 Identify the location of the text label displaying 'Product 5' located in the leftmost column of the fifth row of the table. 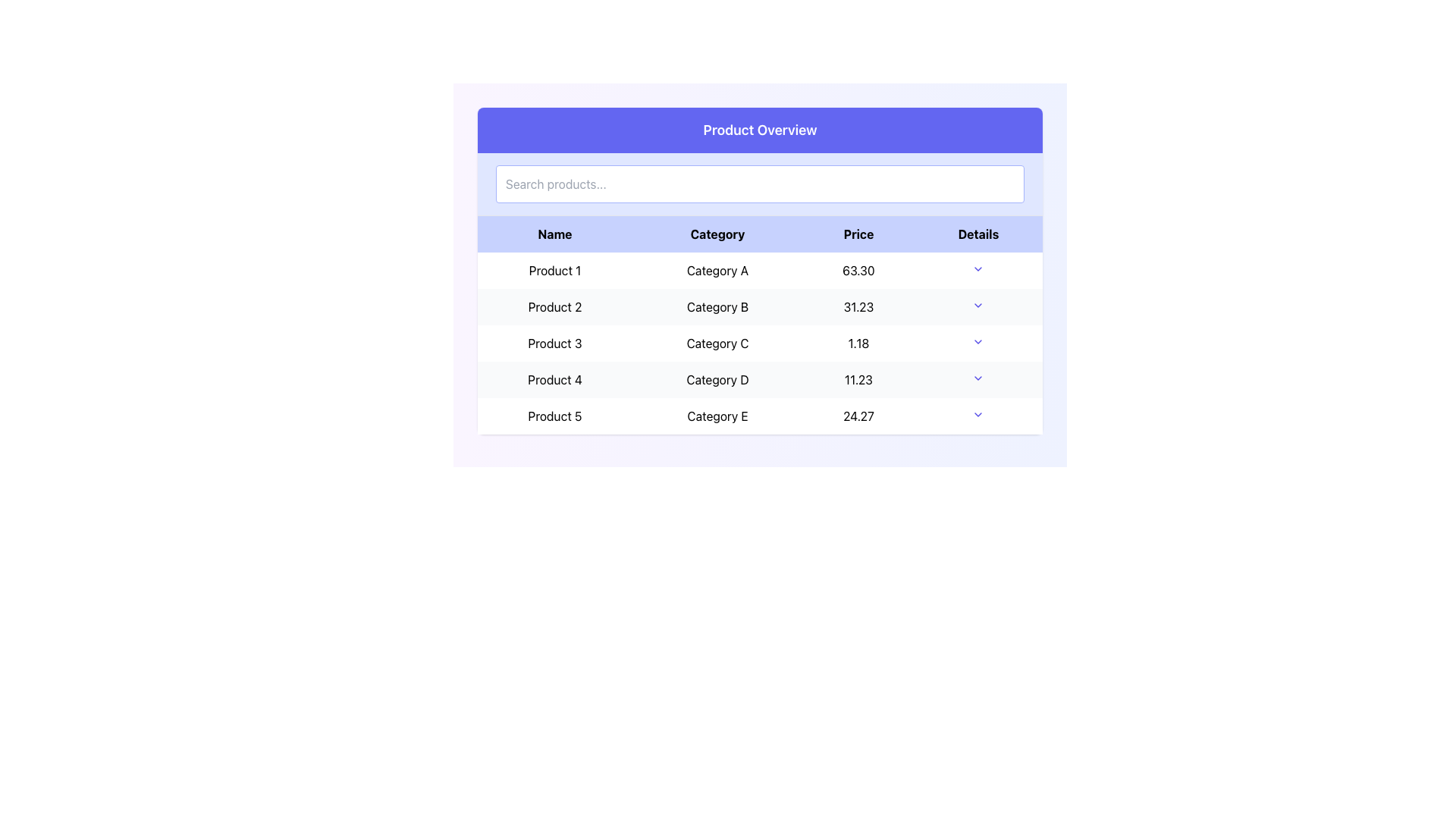
(554, 416).